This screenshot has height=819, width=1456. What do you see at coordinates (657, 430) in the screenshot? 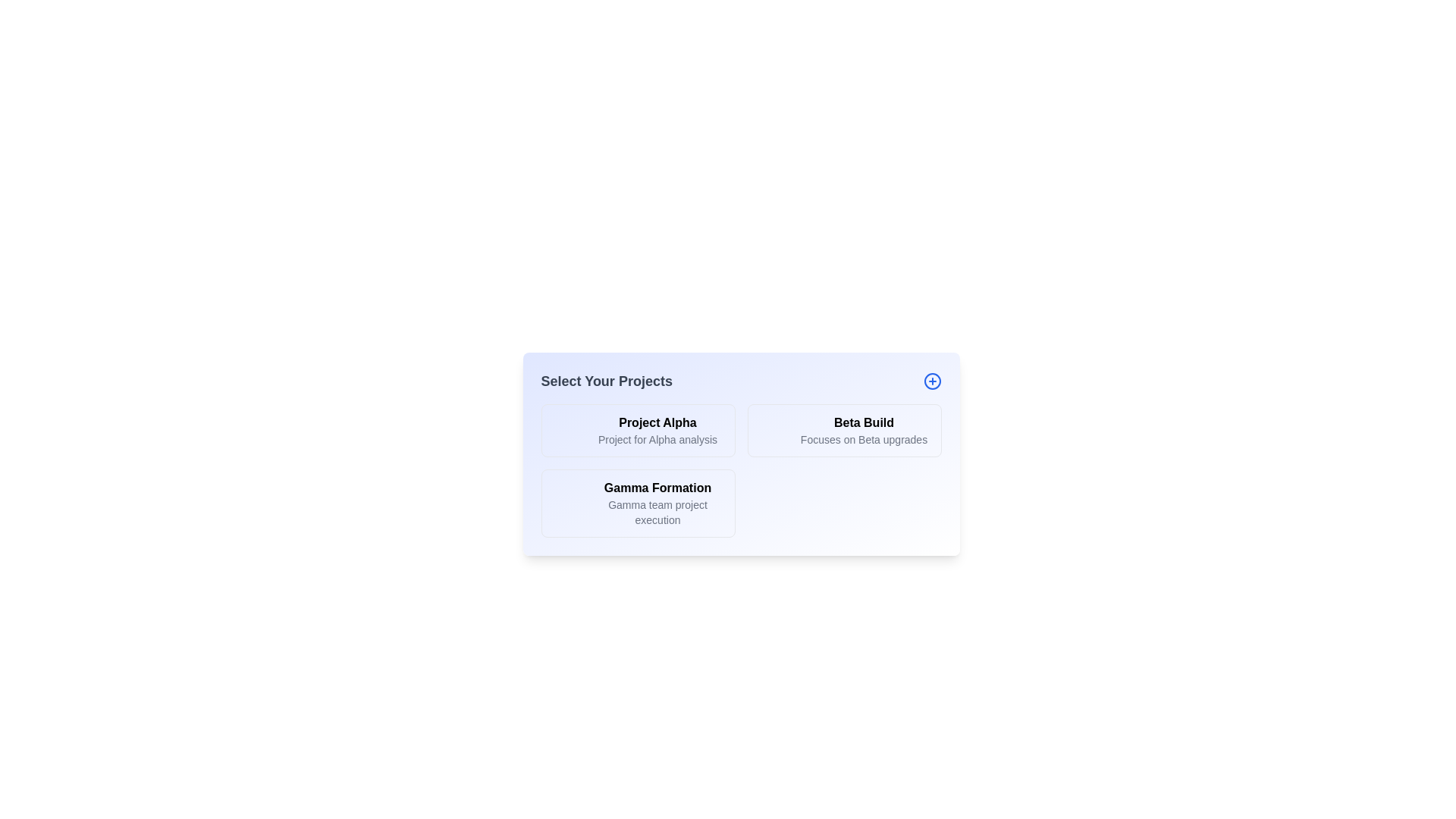
I see `text element titled 'Project Alpha' with the subtitle 'Project for Alpha analysis' located in the top-left quadrant of the project selection area` at bounding box center [657, 430].